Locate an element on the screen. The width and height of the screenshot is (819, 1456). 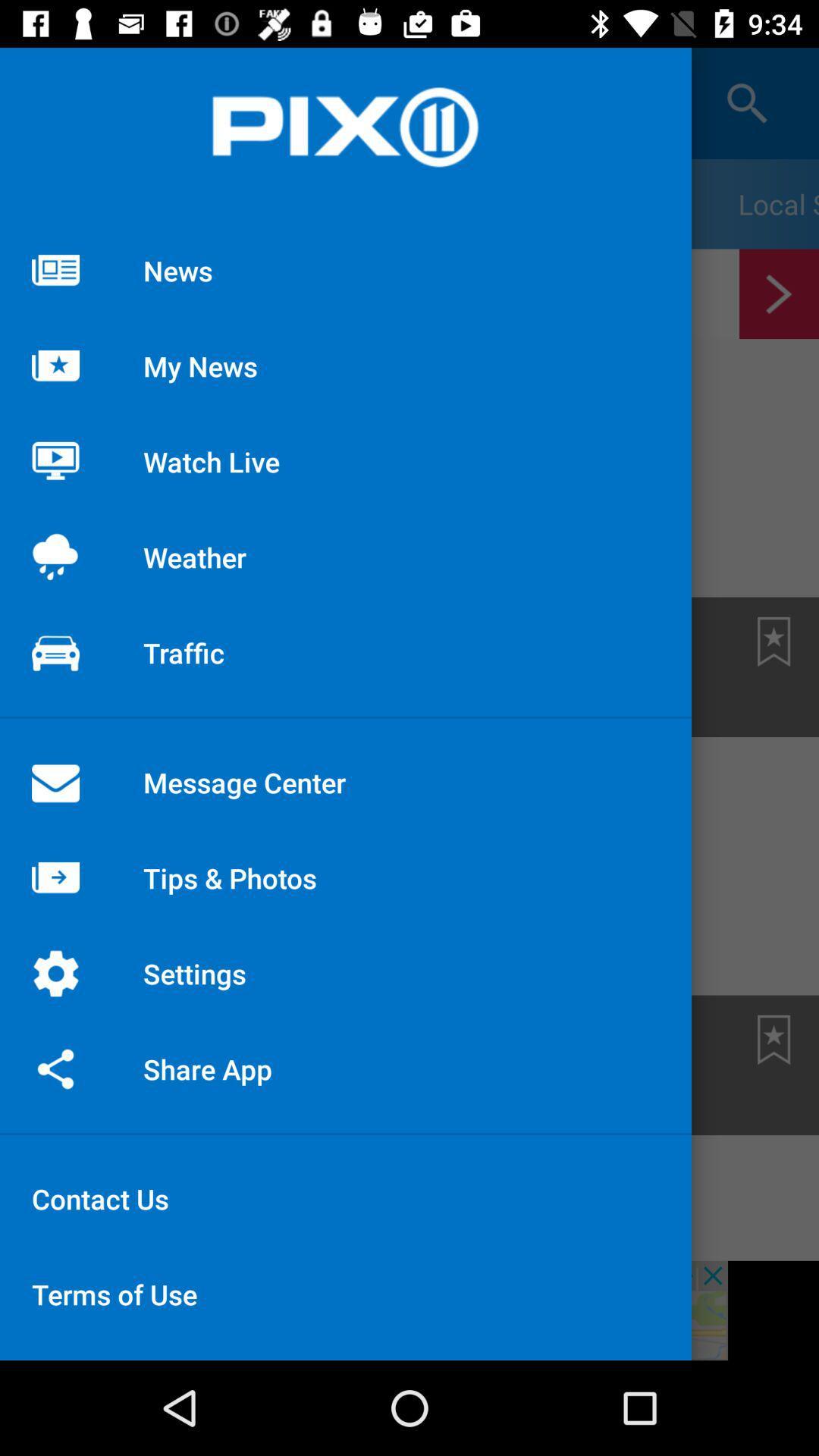
the search icon is located at coordinates (746, 102).